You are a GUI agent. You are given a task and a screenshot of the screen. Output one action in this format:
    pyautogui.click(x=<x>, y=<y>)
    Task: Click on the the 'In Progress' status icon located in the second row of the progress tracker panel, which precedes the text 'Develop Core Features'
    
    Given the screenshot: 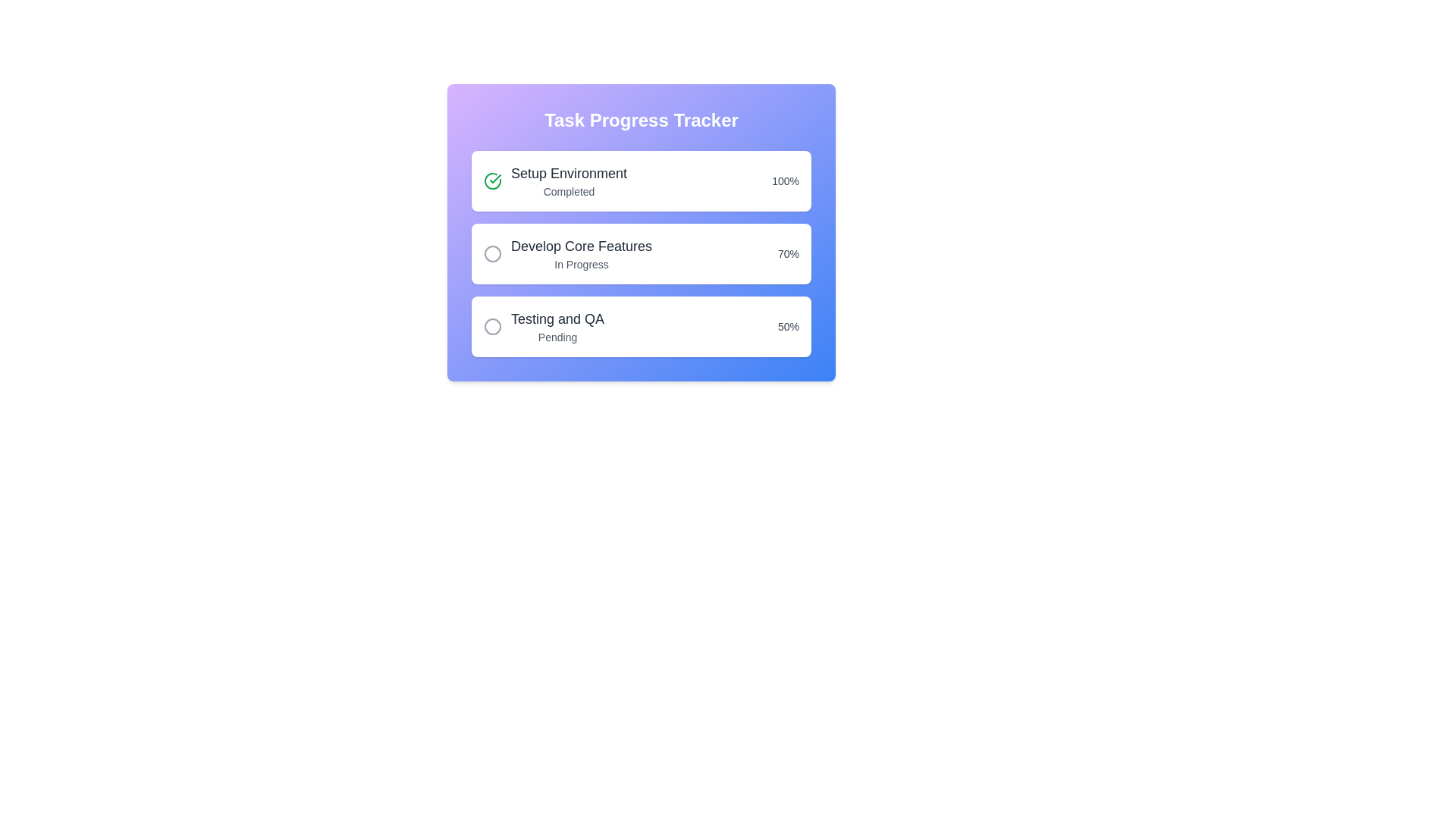 What is the action you would take?
    pyautogui.click(x=492, y=253)
    